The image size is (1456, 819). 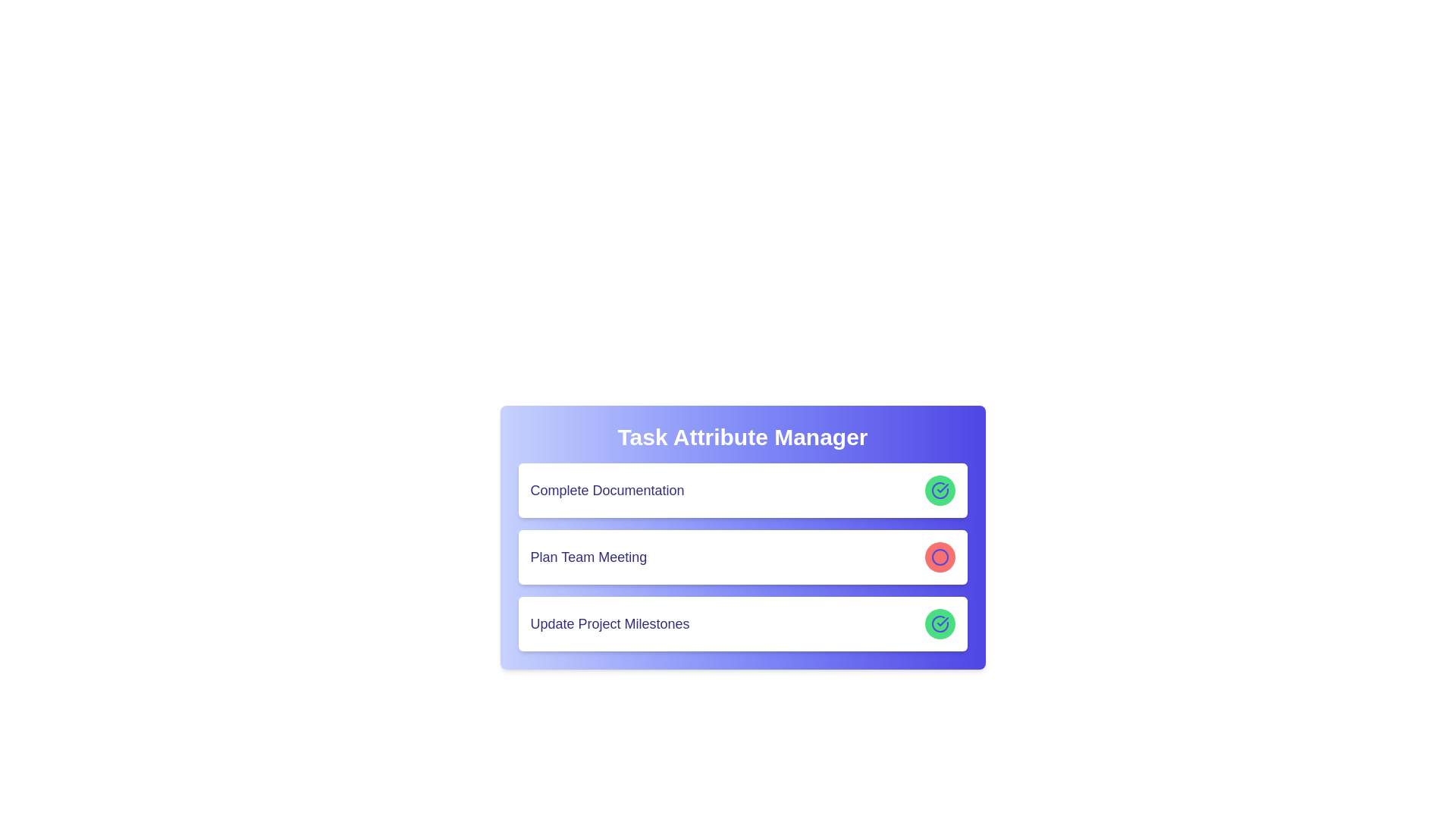 I want to click on the circular button with a light red background and indigo outer border, located in the rightmost third of the 'Plan Team Meeting' card, so click(x=939, y=557).